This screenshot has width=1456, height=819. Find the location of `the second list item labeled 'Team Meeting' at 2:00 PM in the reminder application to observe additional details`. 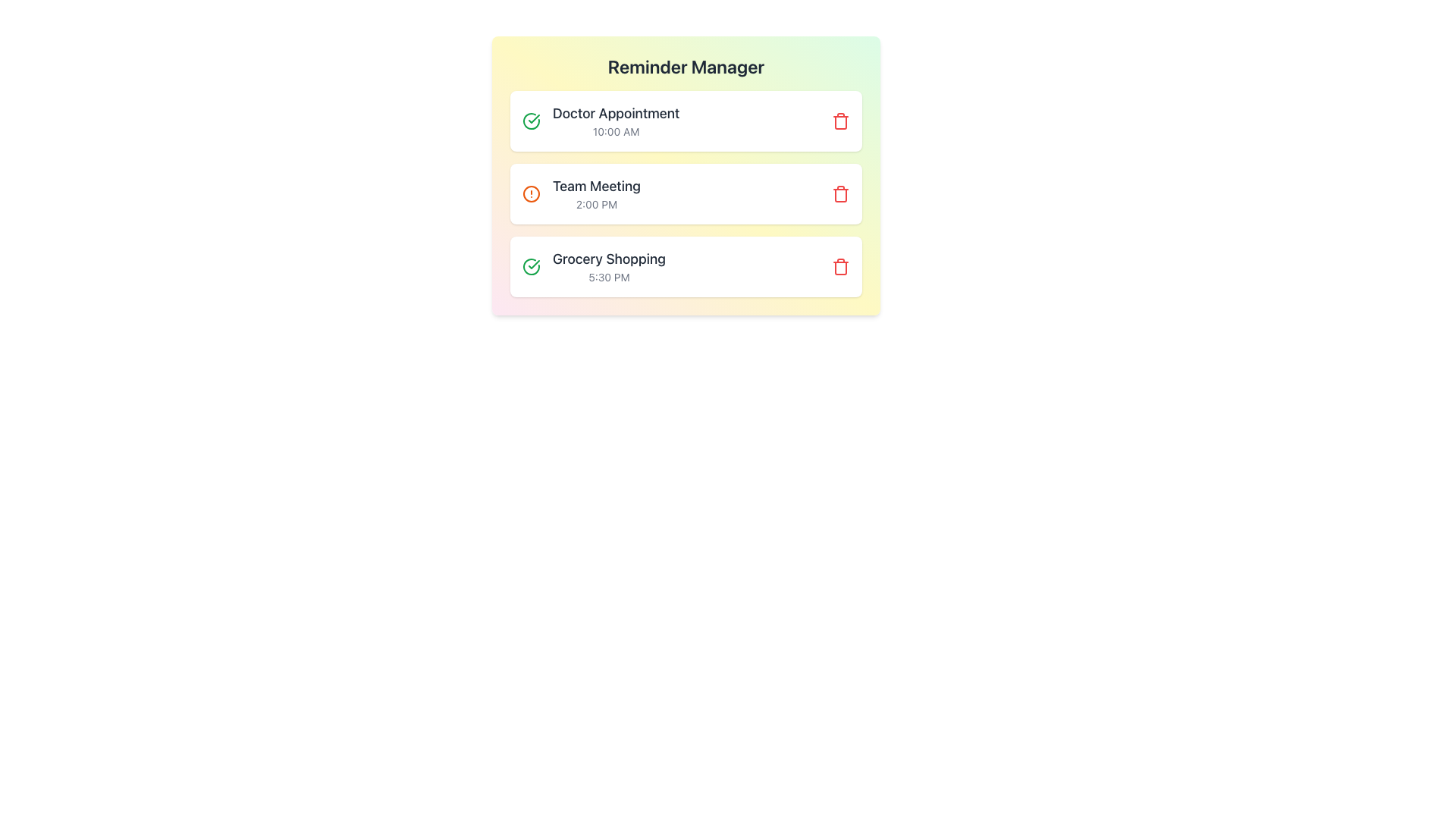

the second list item labeled 'Team Meeting' at 2:00 PM in the reminder application to observe additional details is located at coordinates (581, 193).